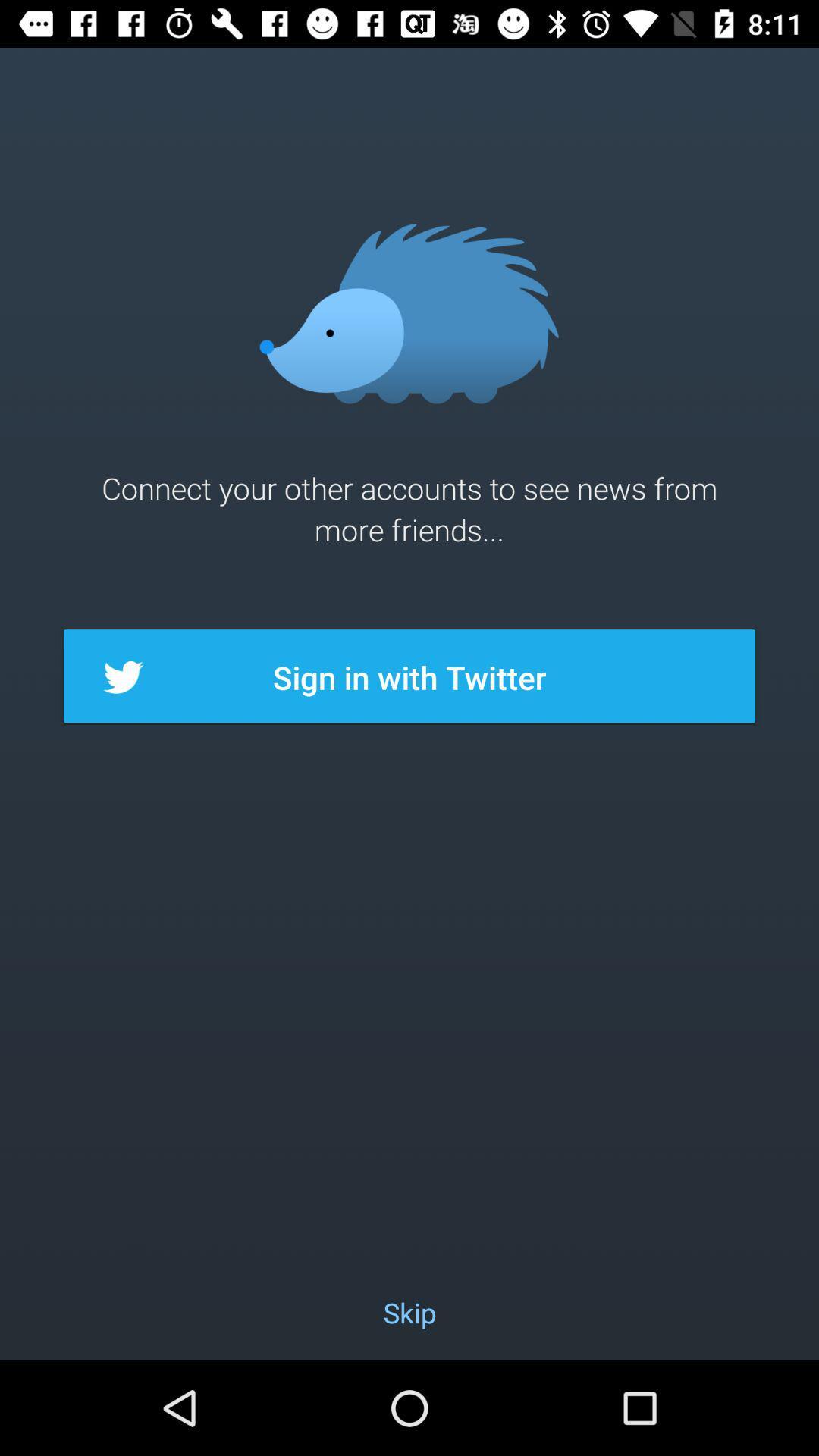 The image size is (819, 1456). I want to click on the icon above the skip item, so click(409, 676).